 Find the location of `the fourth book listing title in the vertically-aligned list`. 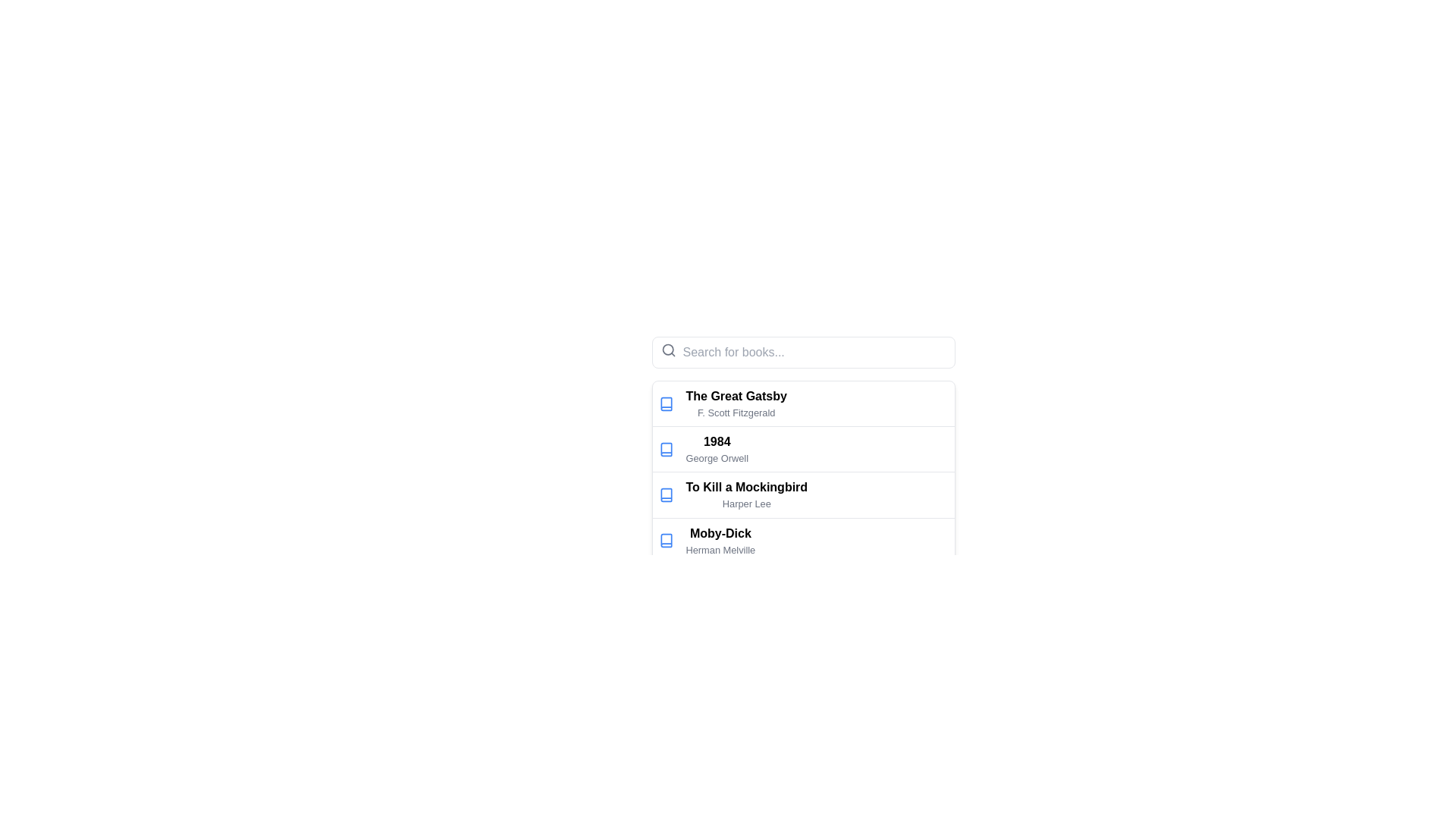

the fourth book listing title in the vertically-aligned list is located at coordinates (720, 540).